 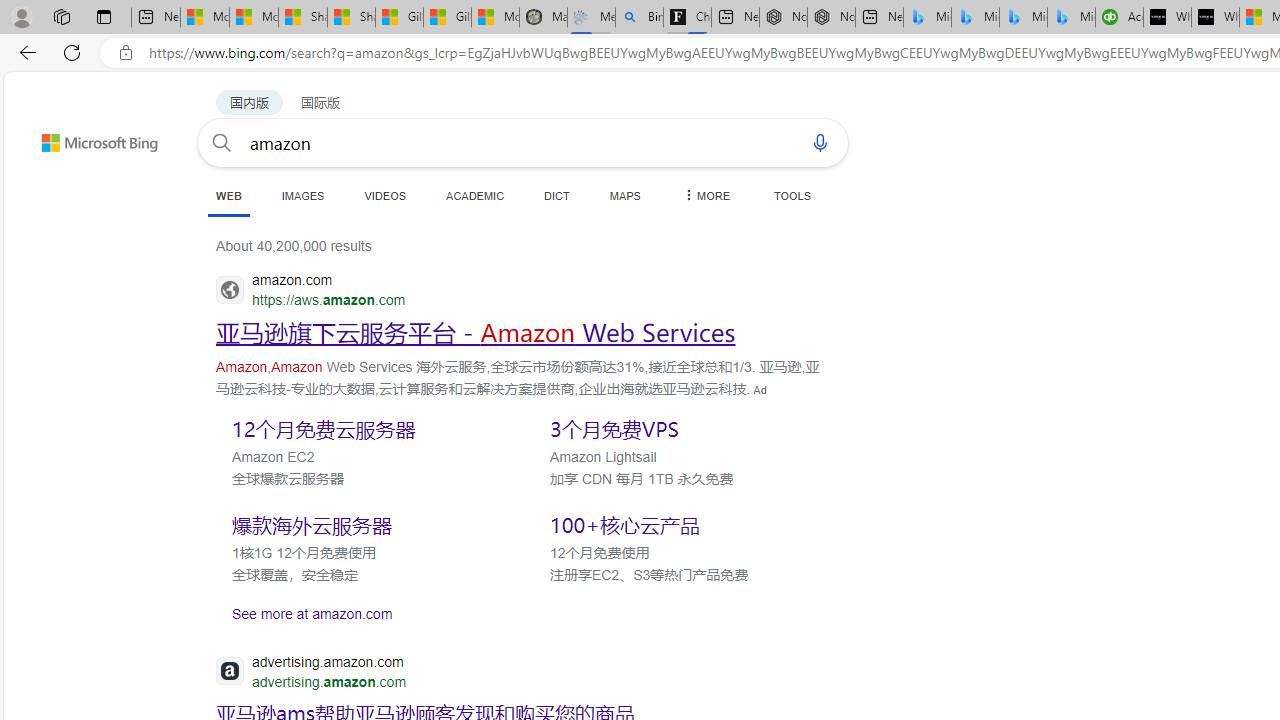 What do you see at coordinates (557, 195) in the screenshot?
I see `'DICT'` at bounding box center [557, 195].